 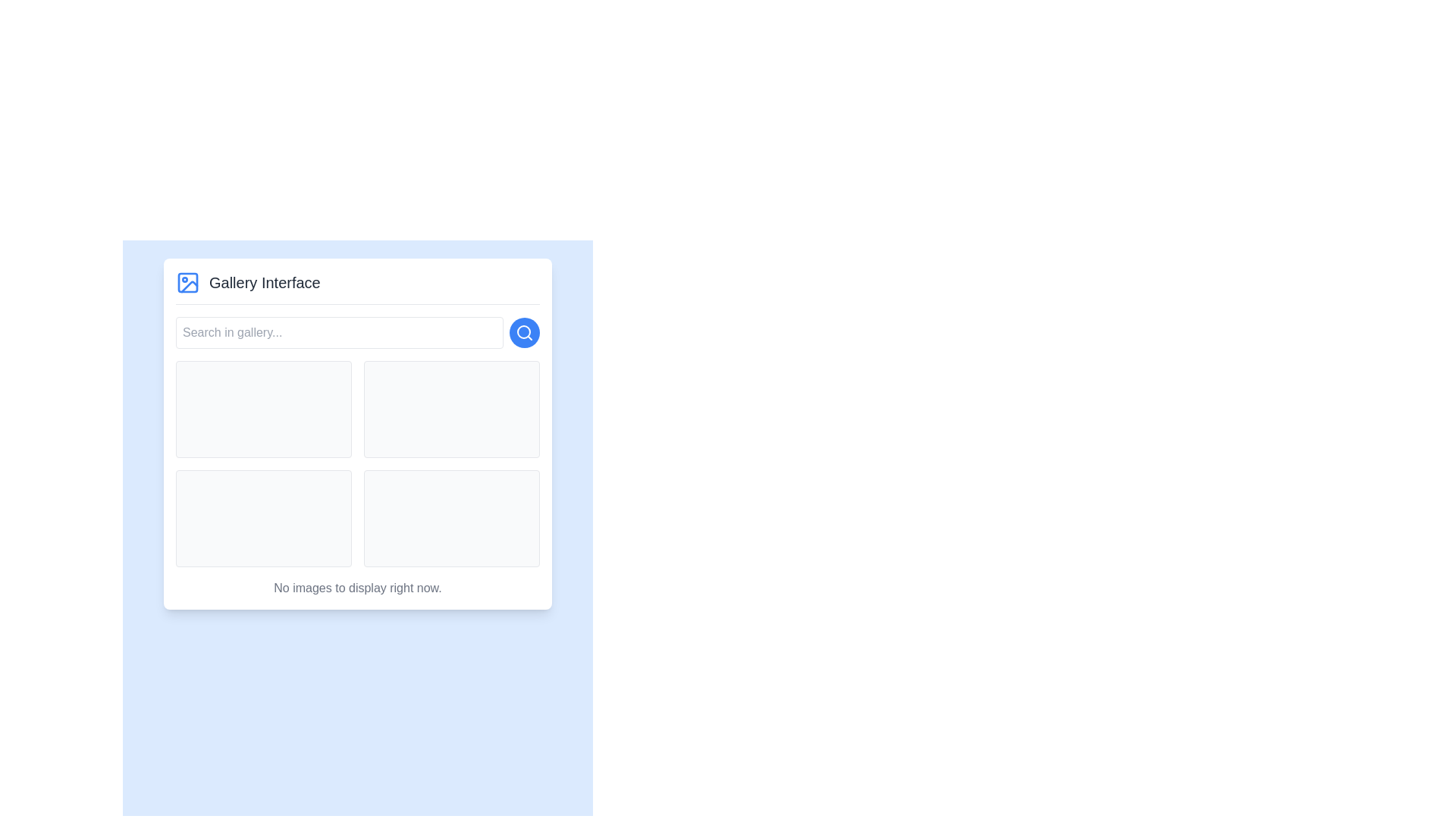 I want to click on the search input field or button located in the Gallery Interface card, positioned directly below the title section, so click(x=356, y=332).